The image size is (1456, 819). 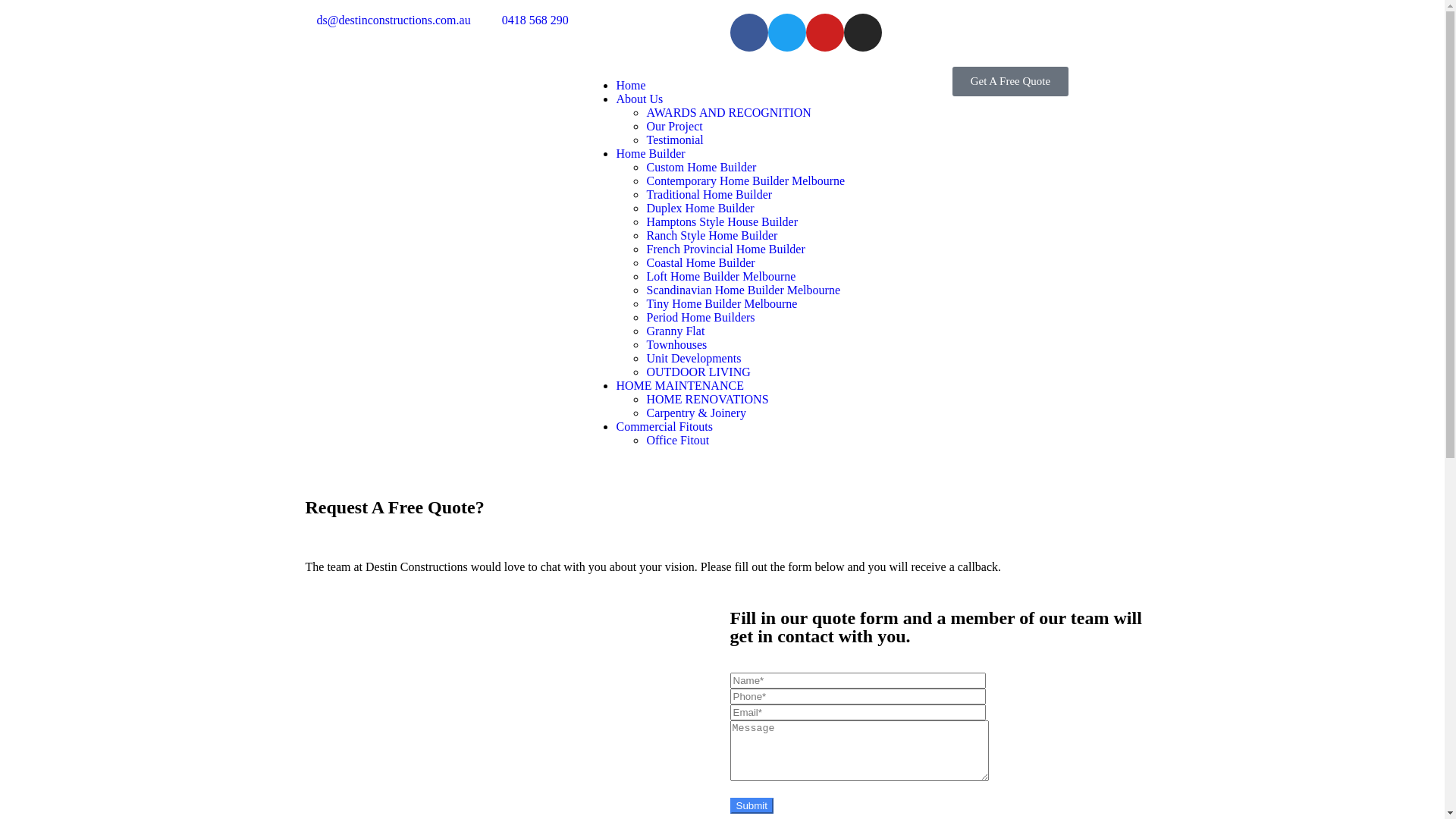 I want to click on 'Tiny Home Builder Melbourne', so click(x=720, y=303).